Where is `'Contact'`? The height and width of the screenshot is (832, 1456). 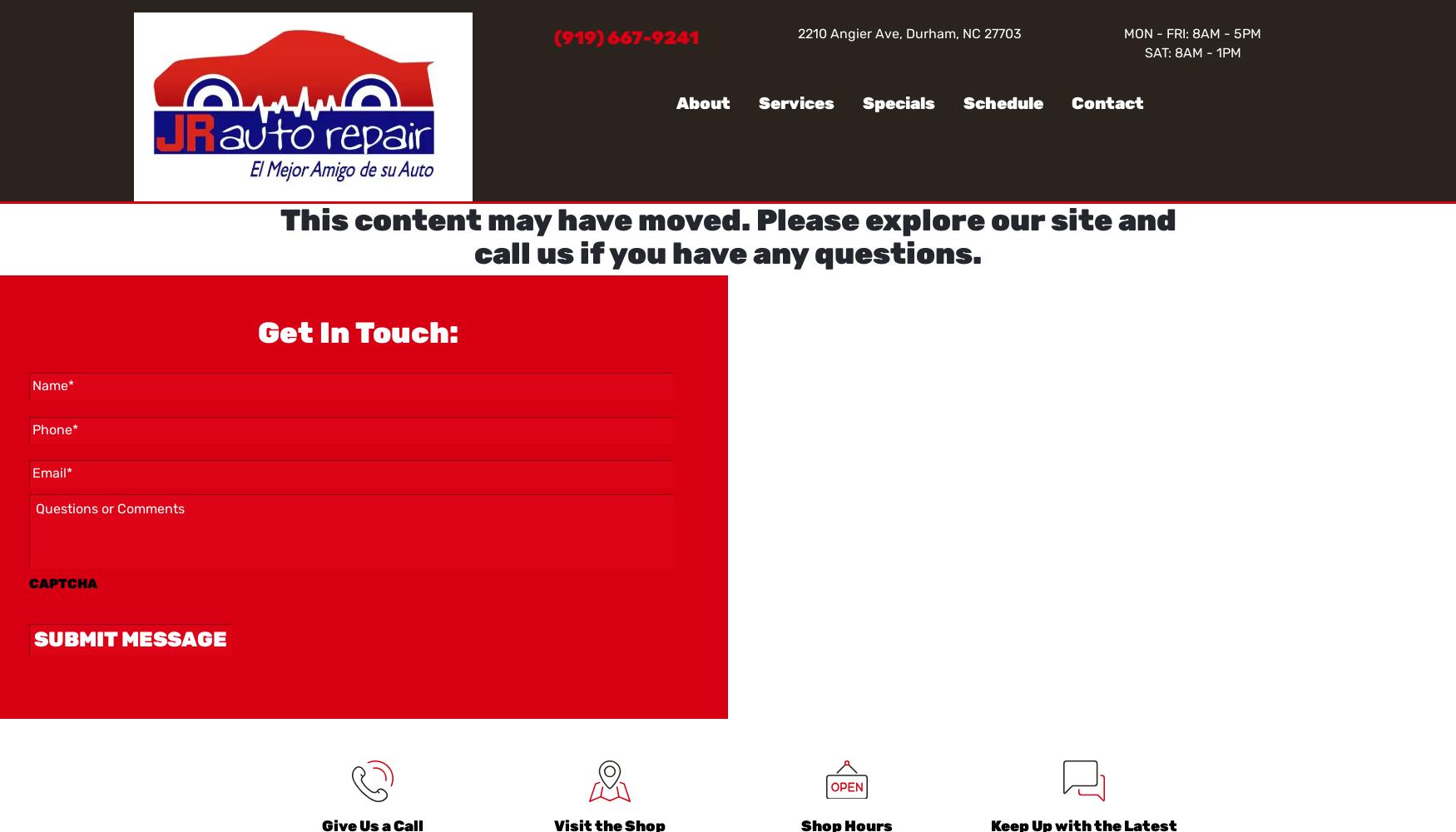 'Contact' is located at coordinates (1107, 102).